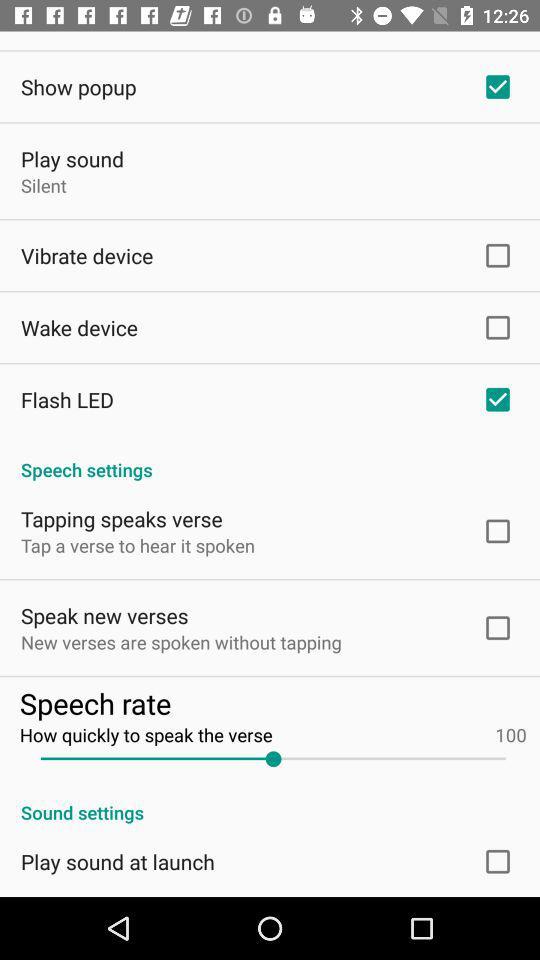  What do you see at coordinates (78, 327) in the screenshot?
I see `wake device icon` at bounding box center [78, 327].